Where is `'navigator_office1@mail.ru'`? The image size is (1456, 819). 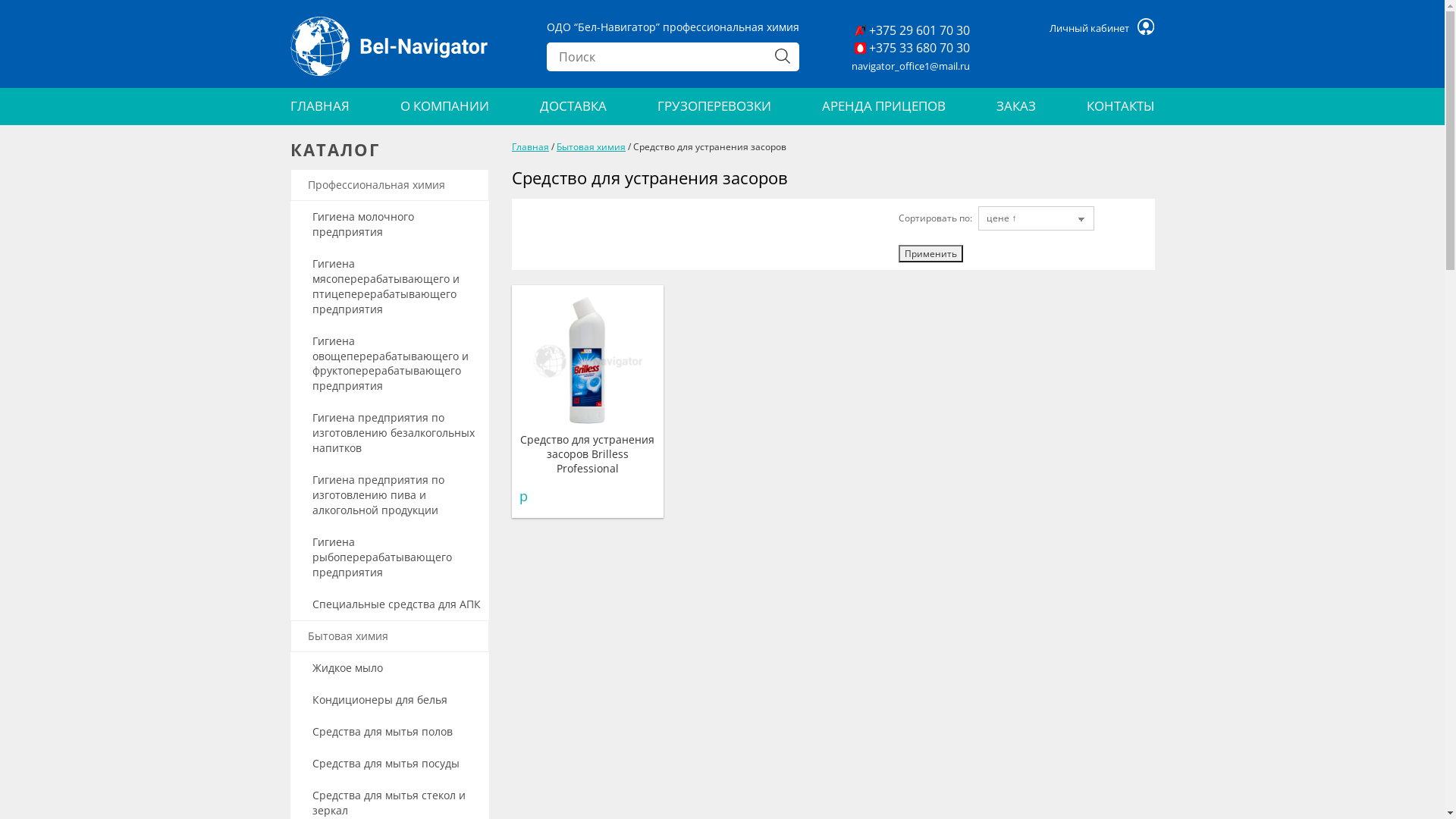 'navigator_office1@mail.ru' is located at coordinates (910, 65).